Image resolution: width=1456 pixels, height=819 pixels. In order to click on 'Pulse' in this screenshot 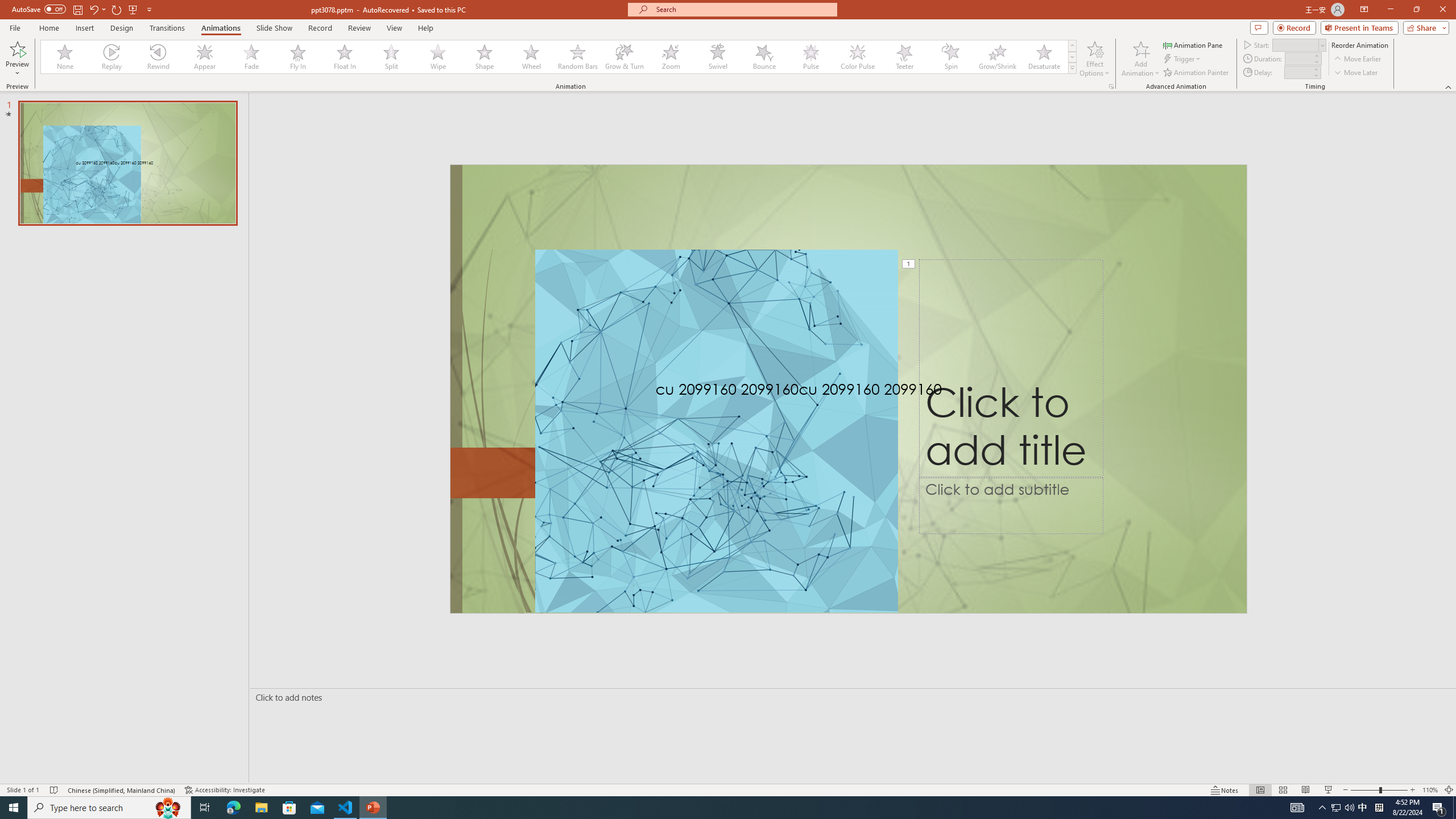, I will do `click(810, 56)`.